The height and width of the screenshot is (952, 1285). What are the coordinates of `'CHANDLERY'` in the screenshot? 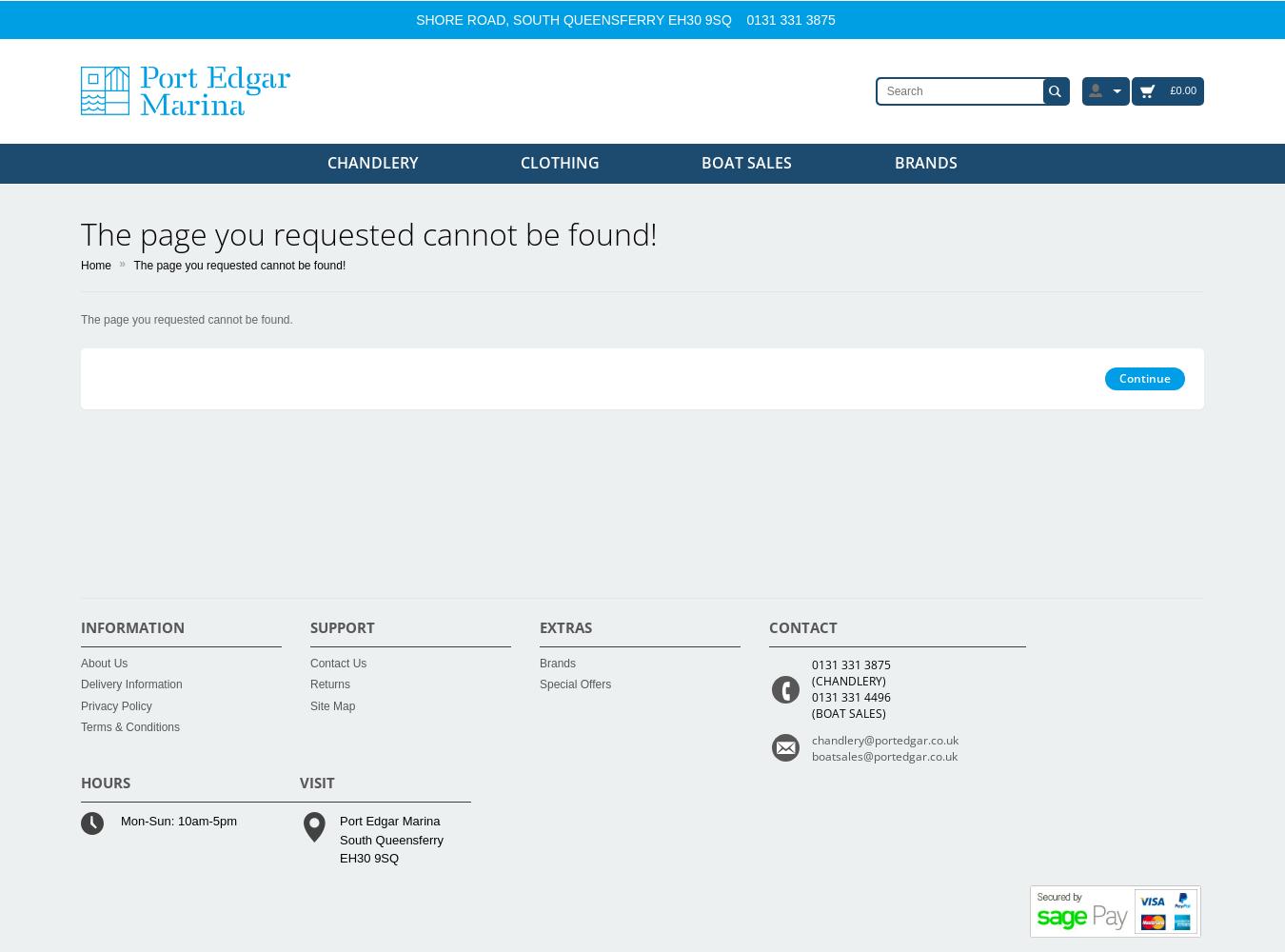 It's located at (372, 163).